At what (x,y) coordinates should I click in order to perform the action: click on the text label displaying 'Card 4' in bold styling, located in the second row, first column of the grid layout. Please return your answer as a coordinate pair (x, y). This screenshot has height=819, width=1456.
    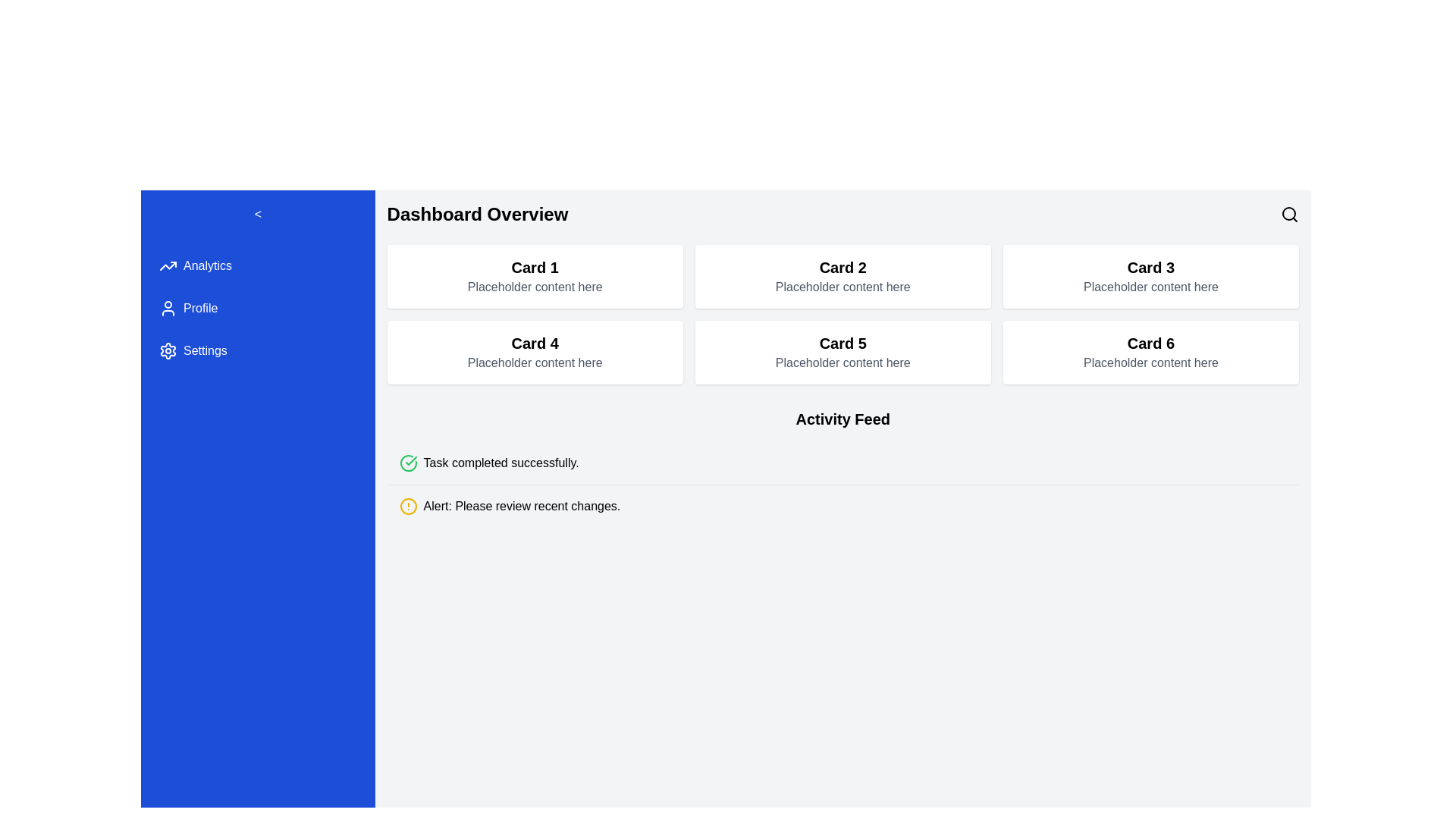
    Looking at the image, I should click on (535, 343).